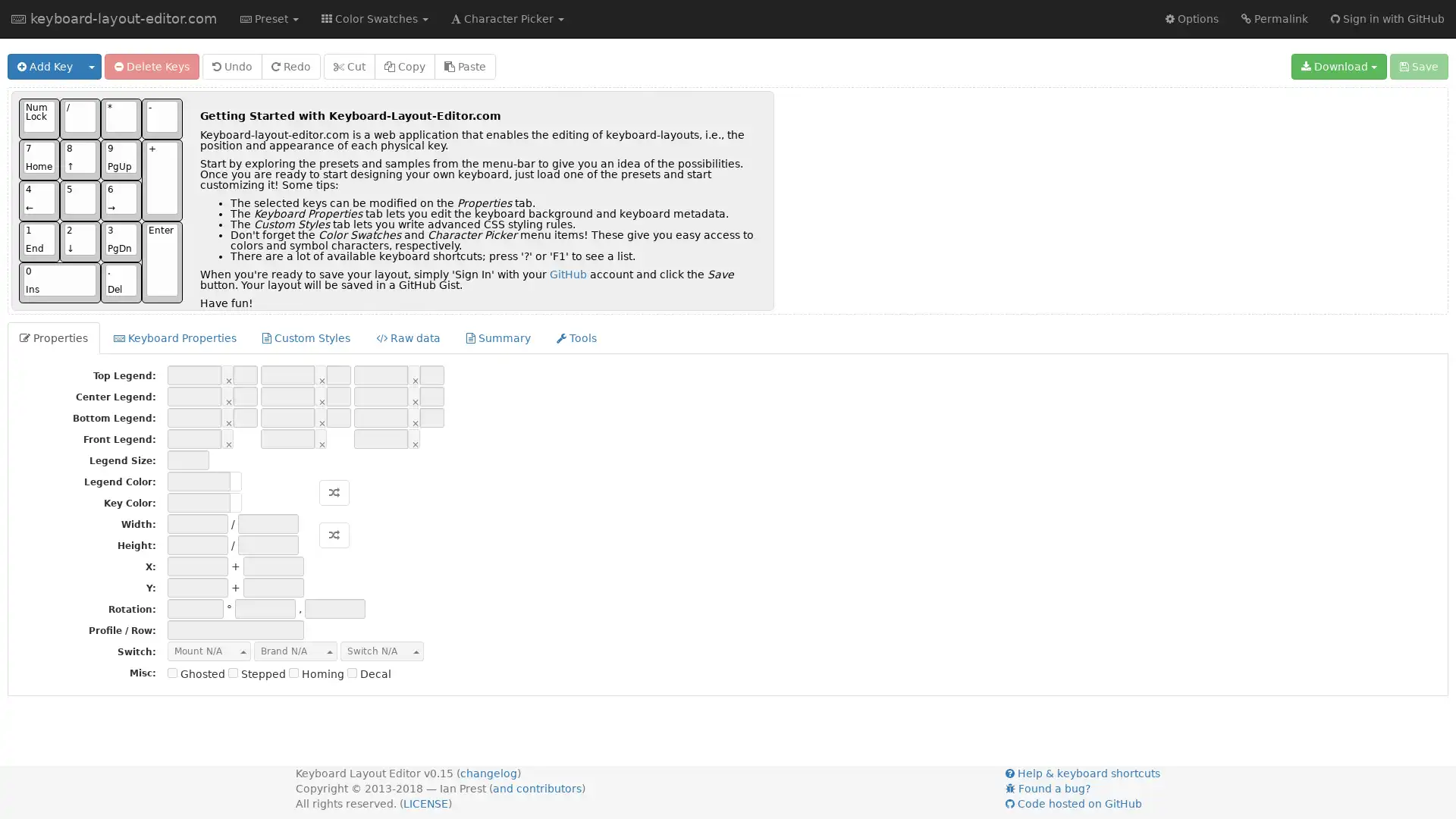  I want to click on Cut, so click(348, 66).